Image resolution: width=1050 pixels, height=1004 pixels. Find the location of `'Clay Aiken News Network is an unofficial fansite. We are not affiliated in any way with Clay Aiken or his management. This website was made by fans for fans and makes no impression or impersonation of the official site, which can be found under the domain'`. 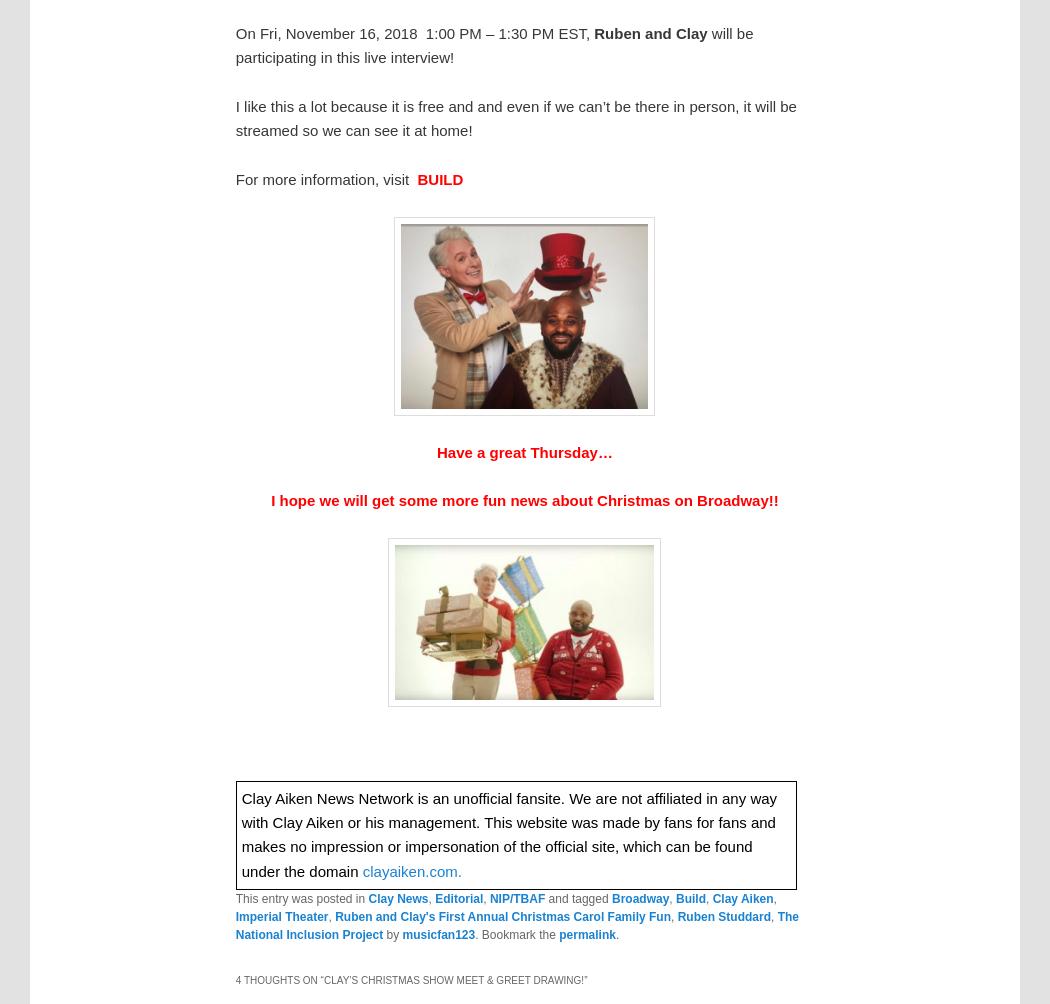

'Clay Aiken News Network is an unofficial fansite. We are not affiliated in any way with Clay Aiken or his management. This website was made by fans for fans and makes no impression or impersonation of the official site, which can be found under the domain' is located at coordinates (508, 834).